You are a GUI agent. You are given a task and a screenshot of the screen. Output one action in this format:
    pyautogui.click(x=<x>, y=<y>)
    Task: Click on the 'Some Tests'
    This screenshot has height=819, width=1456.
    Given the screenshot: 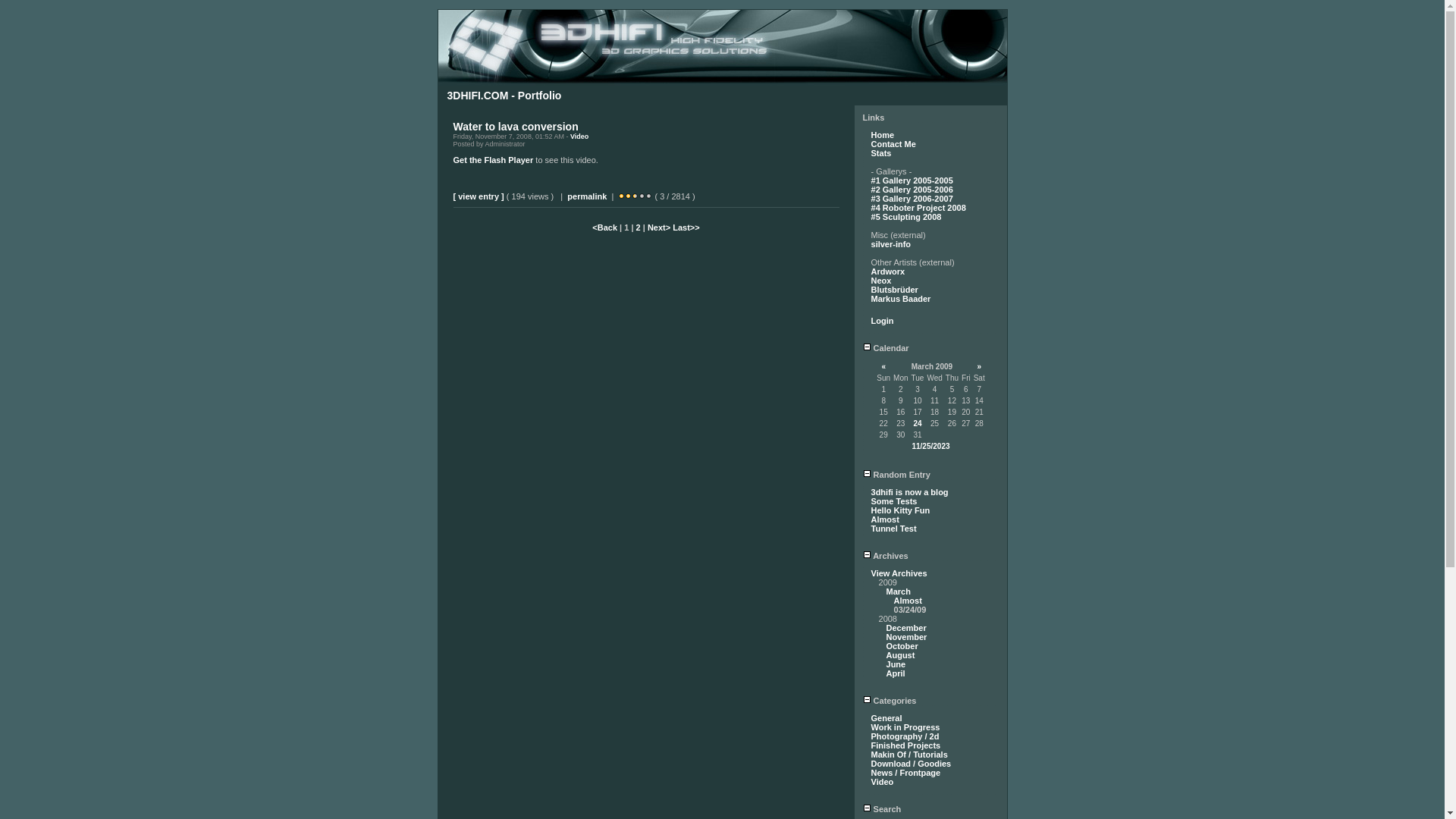 What is the action you would take?
    pyautogui.click(x=894, y=500)
    